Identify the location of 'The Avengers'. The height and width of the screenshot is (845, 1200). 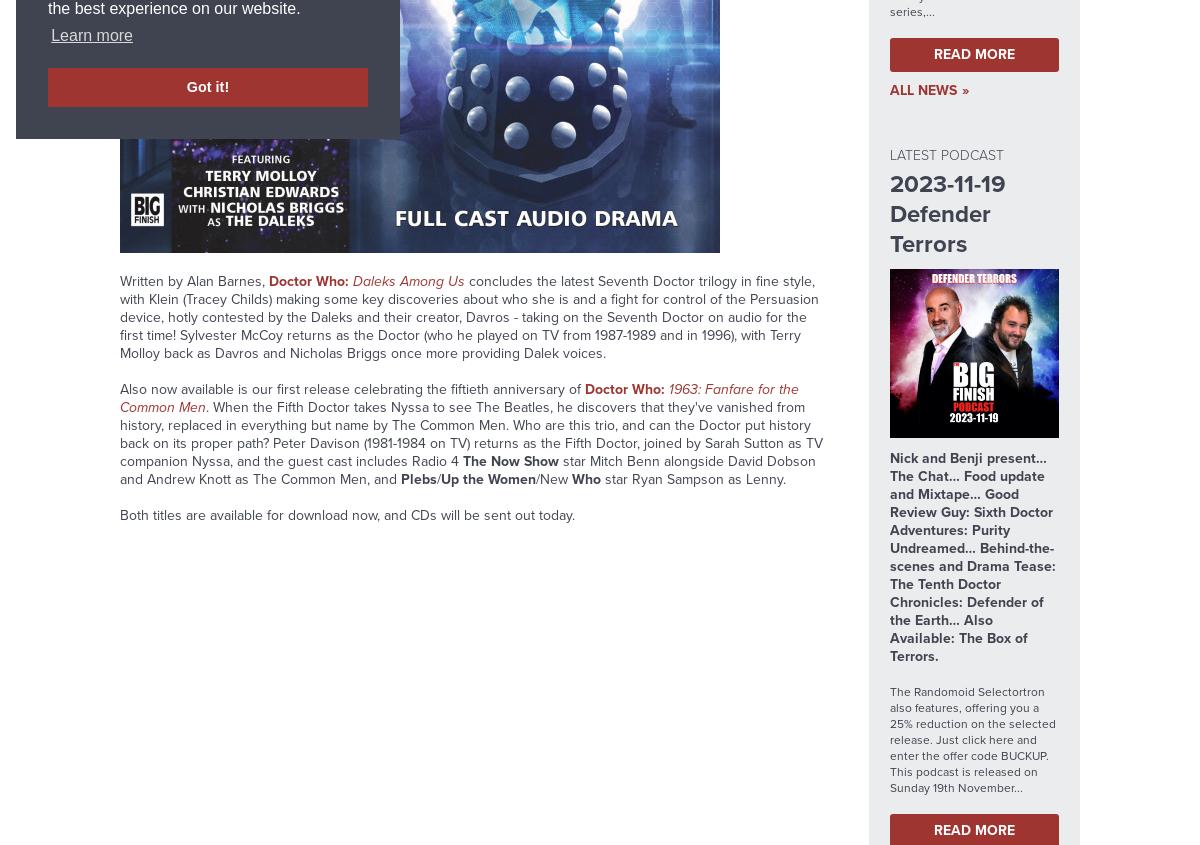
(410, 53).